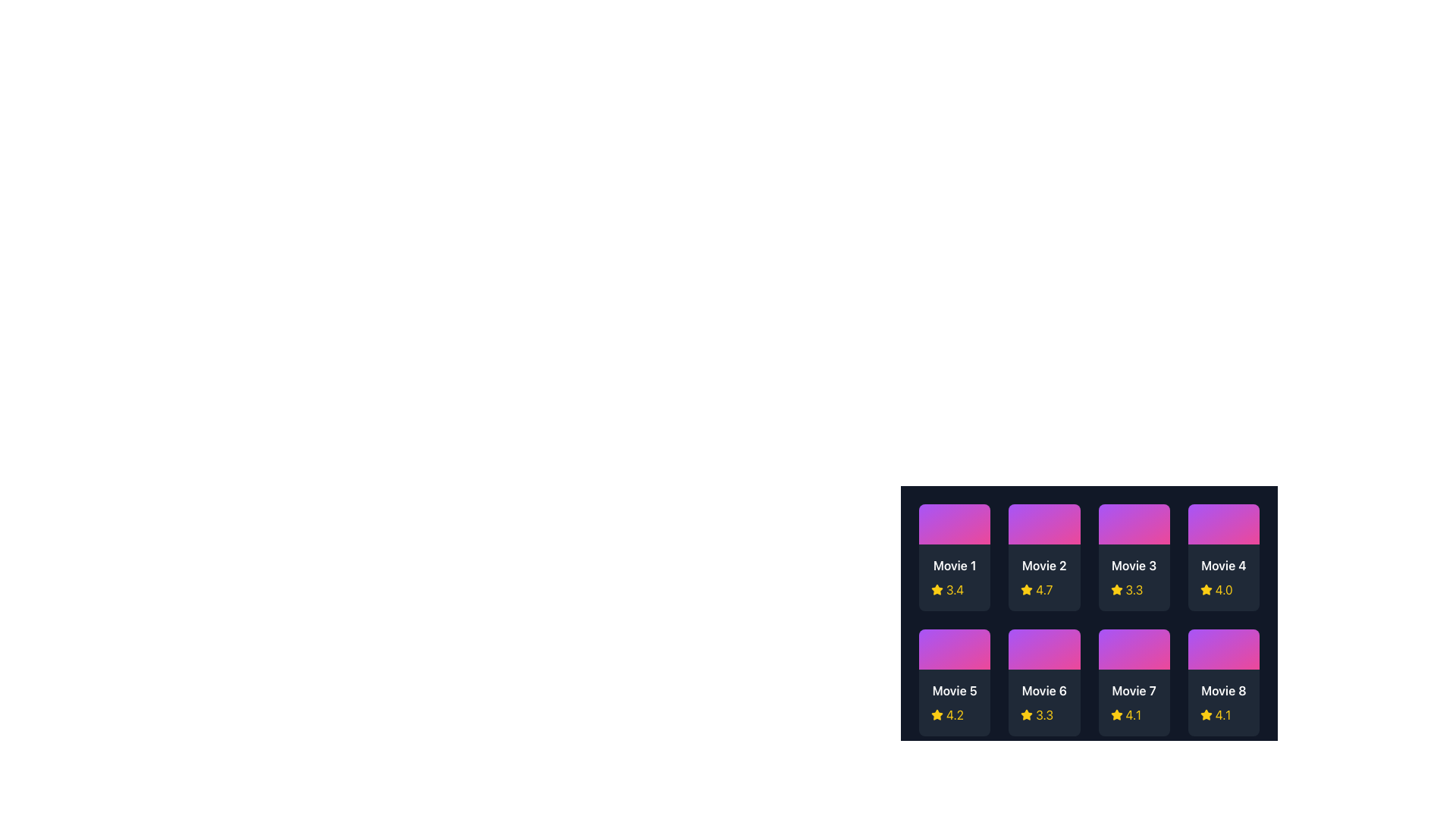  I want to click on the rectangular thumbnail box with a gradient background transitioning from purple to pink, so click(1134, 648).